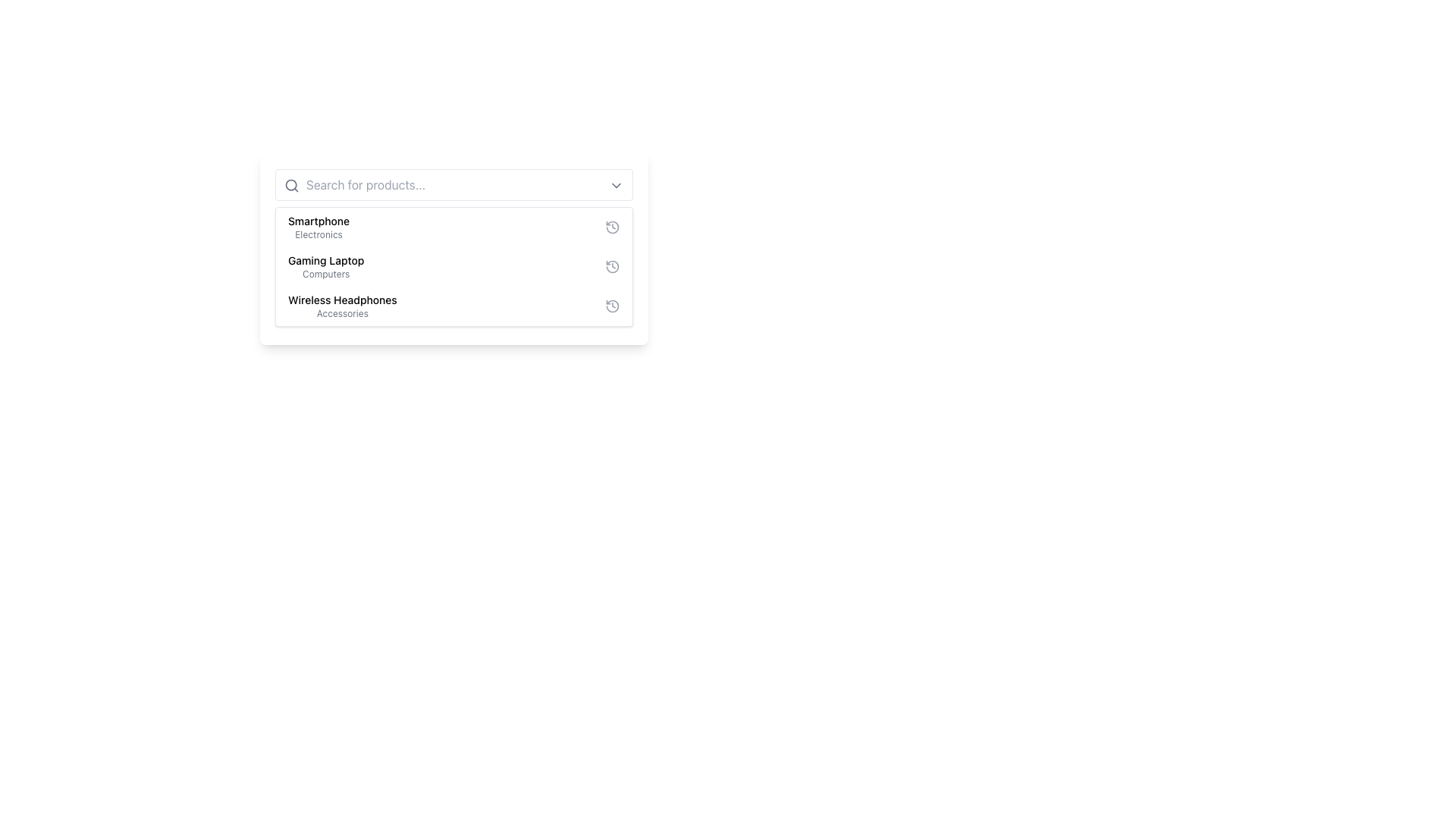 This screenshot has width=1456, height=819. What do you see at coordinates (341, 306) in the screenshot?
I see `the third item in the list labeled 'Wireless Headphones' under 'Accessories'` at bounding box center [341, 306].